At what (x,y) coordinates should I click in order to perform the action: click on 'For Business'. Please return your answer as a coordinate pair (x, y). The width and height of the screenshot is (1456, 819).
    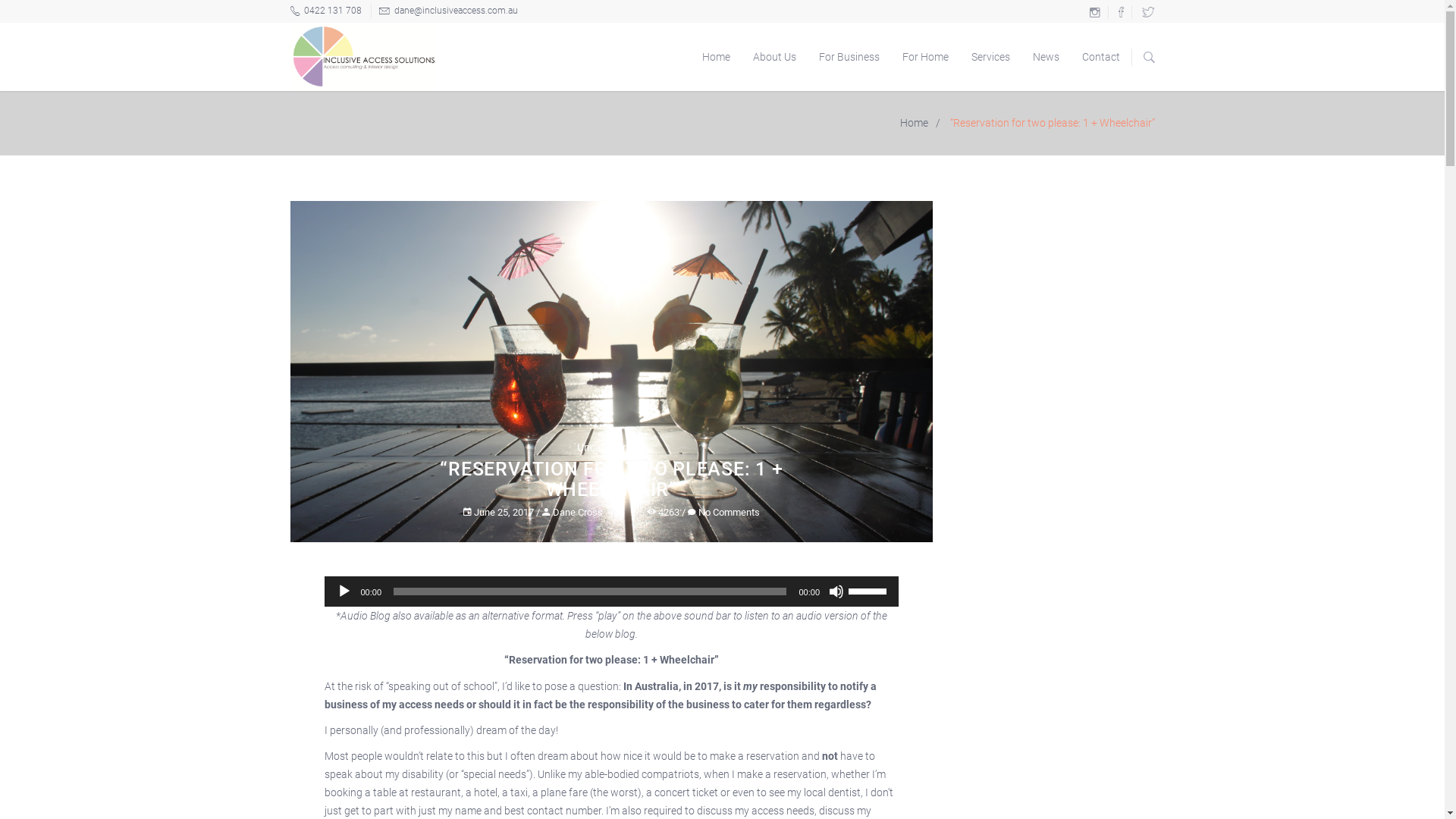
    Looking at the image, I should click on (847, 55).